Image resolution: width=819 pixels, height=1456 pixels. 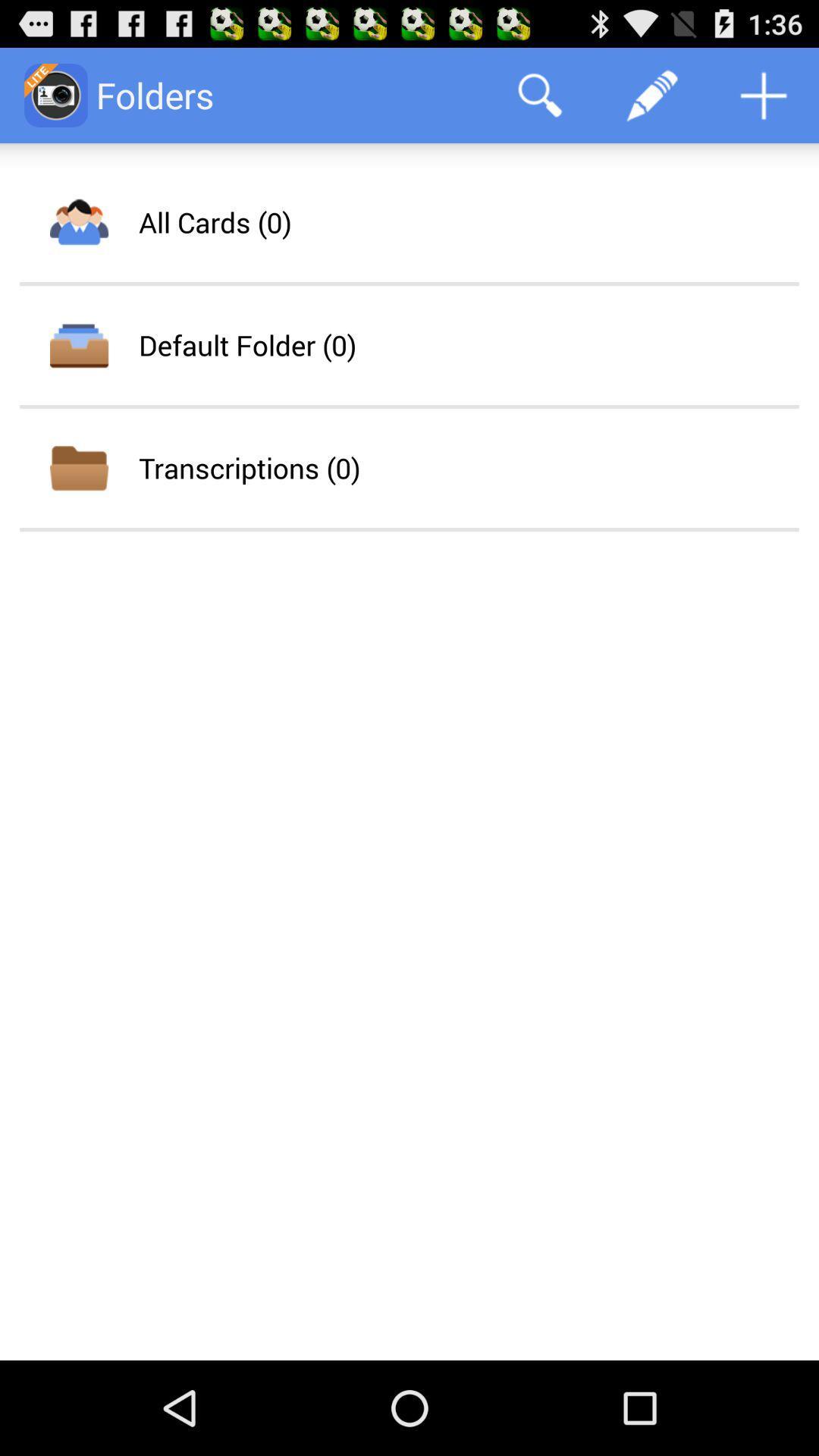 I want to click on all cards (0) item, so click(x=215, y=221).